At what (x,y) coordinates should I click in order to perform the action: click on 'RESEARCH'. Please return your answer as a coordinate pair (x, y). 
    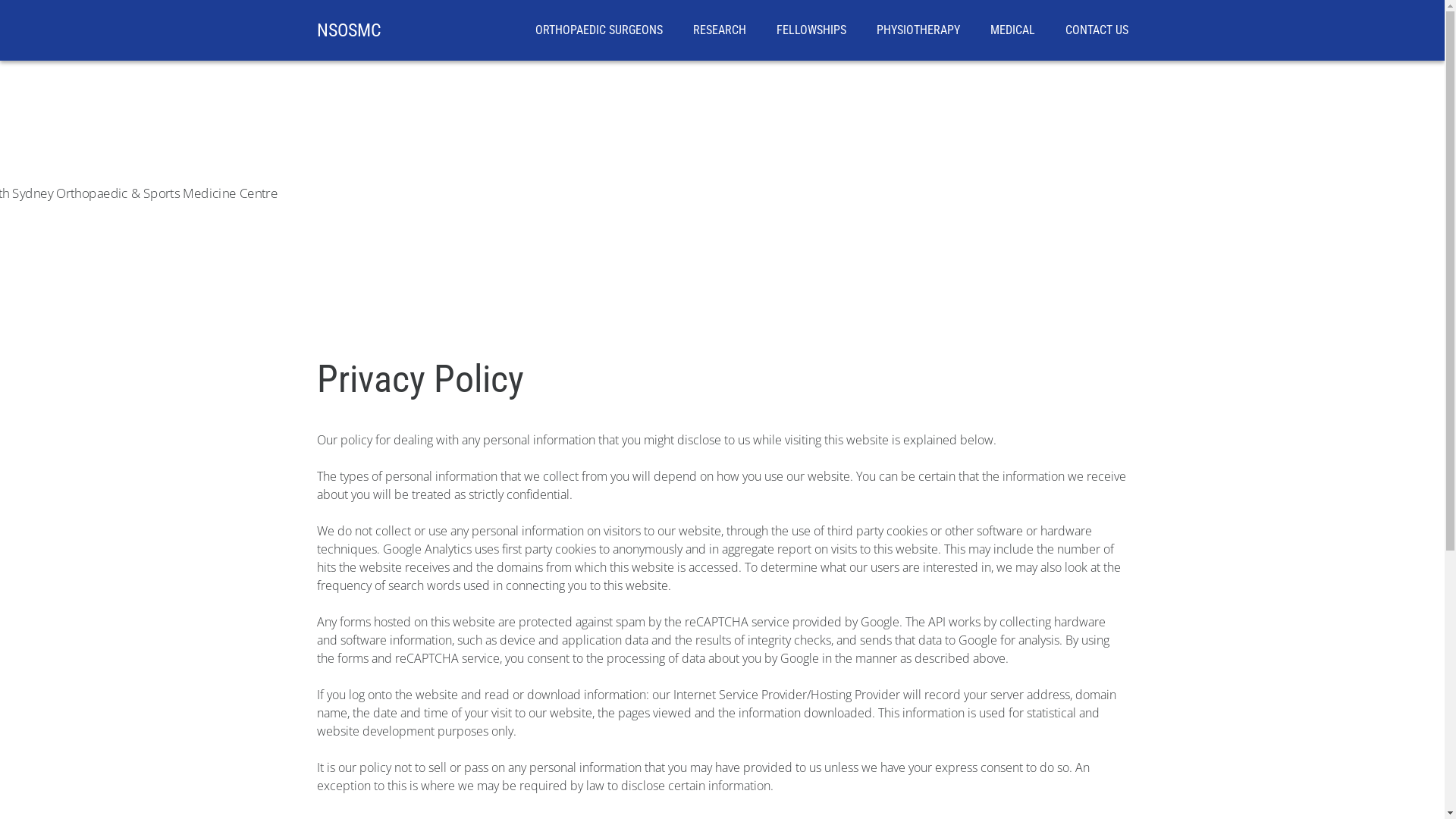
    Looking at the image, I should click on (719, 30).